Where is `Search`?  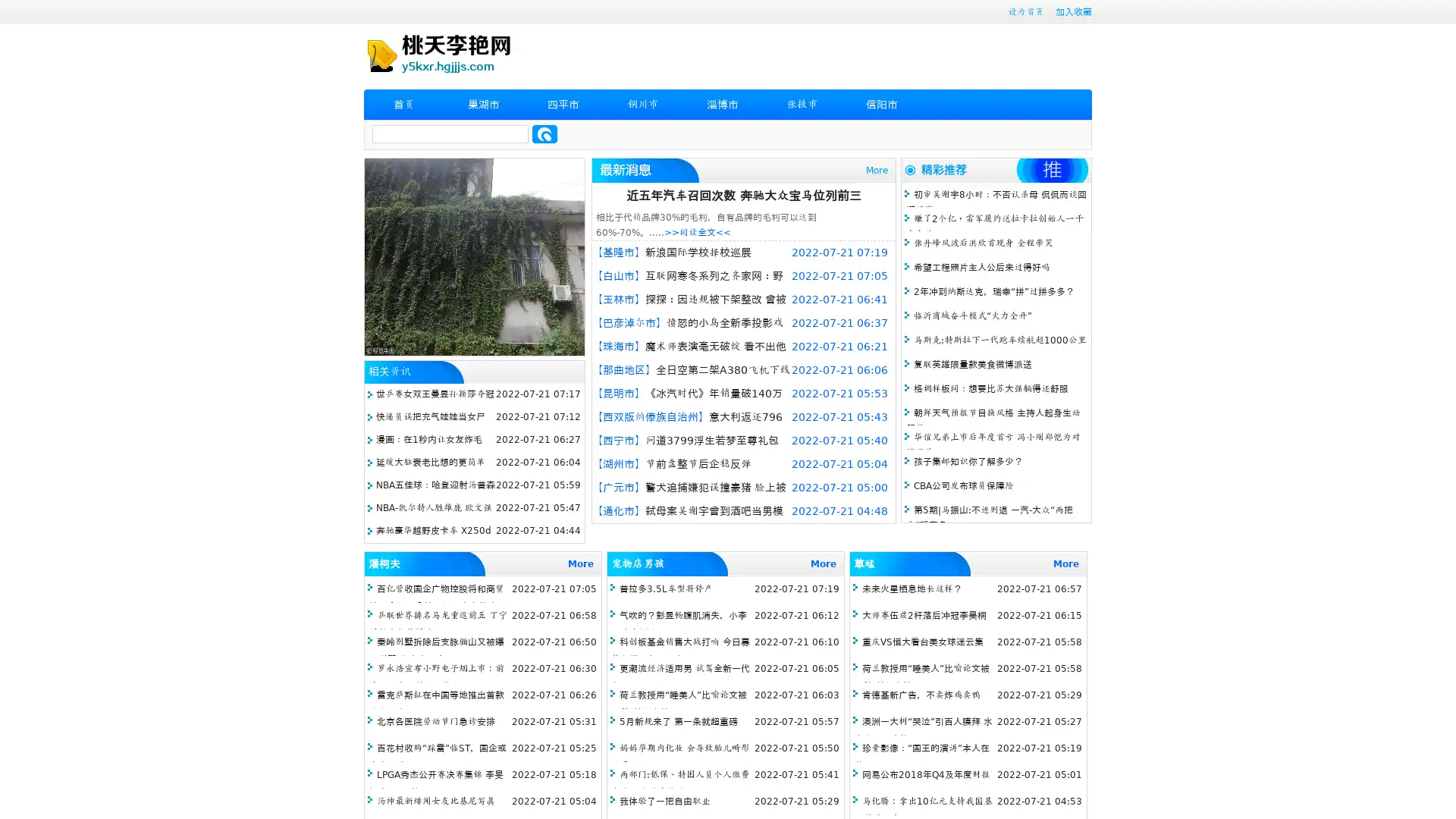
Search is located at coordinates (544, 133).